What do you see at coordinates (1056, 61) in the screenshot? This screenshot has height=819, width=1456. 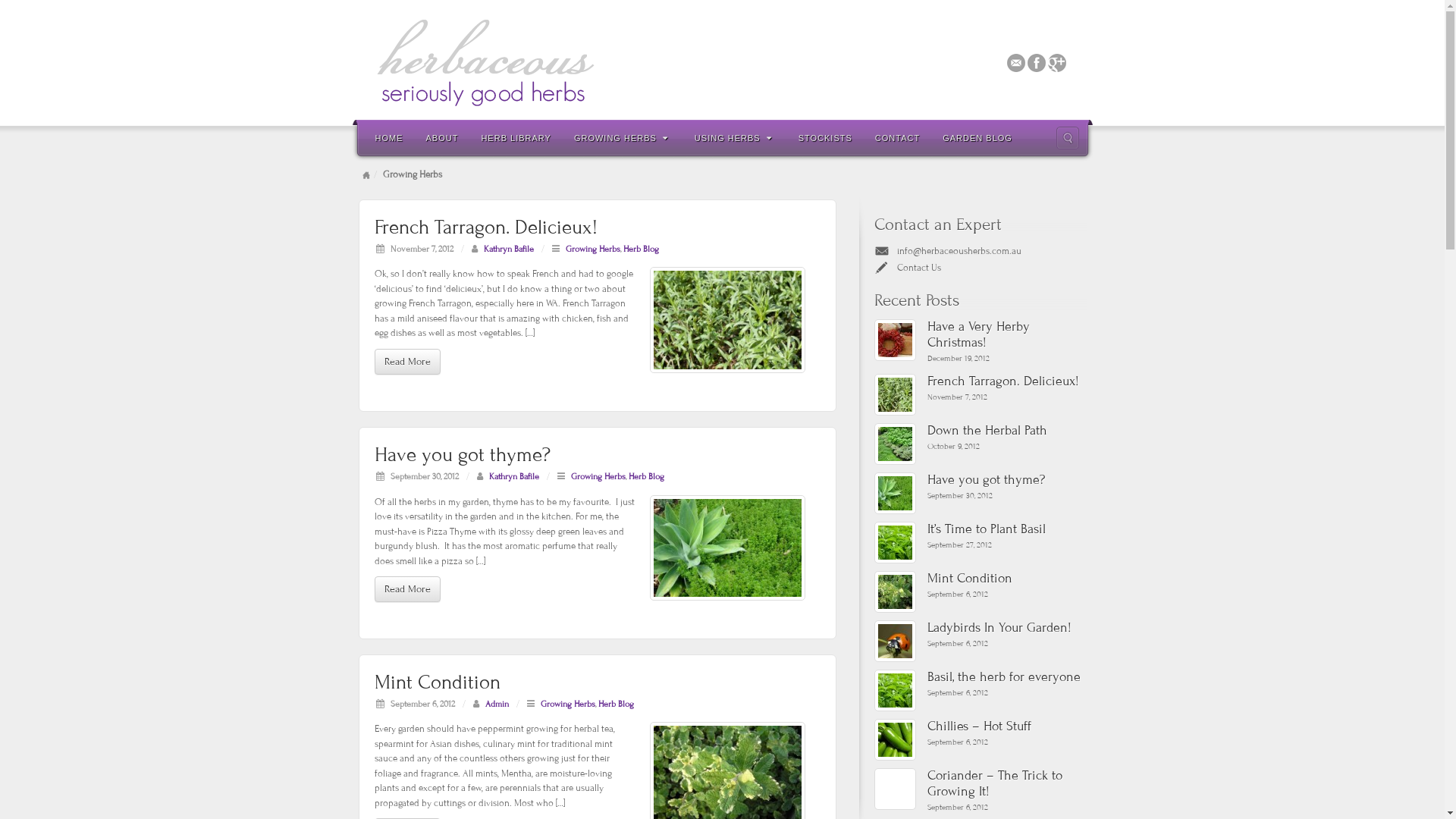 I see `'Google+'` at bounding box center [1056, 61].